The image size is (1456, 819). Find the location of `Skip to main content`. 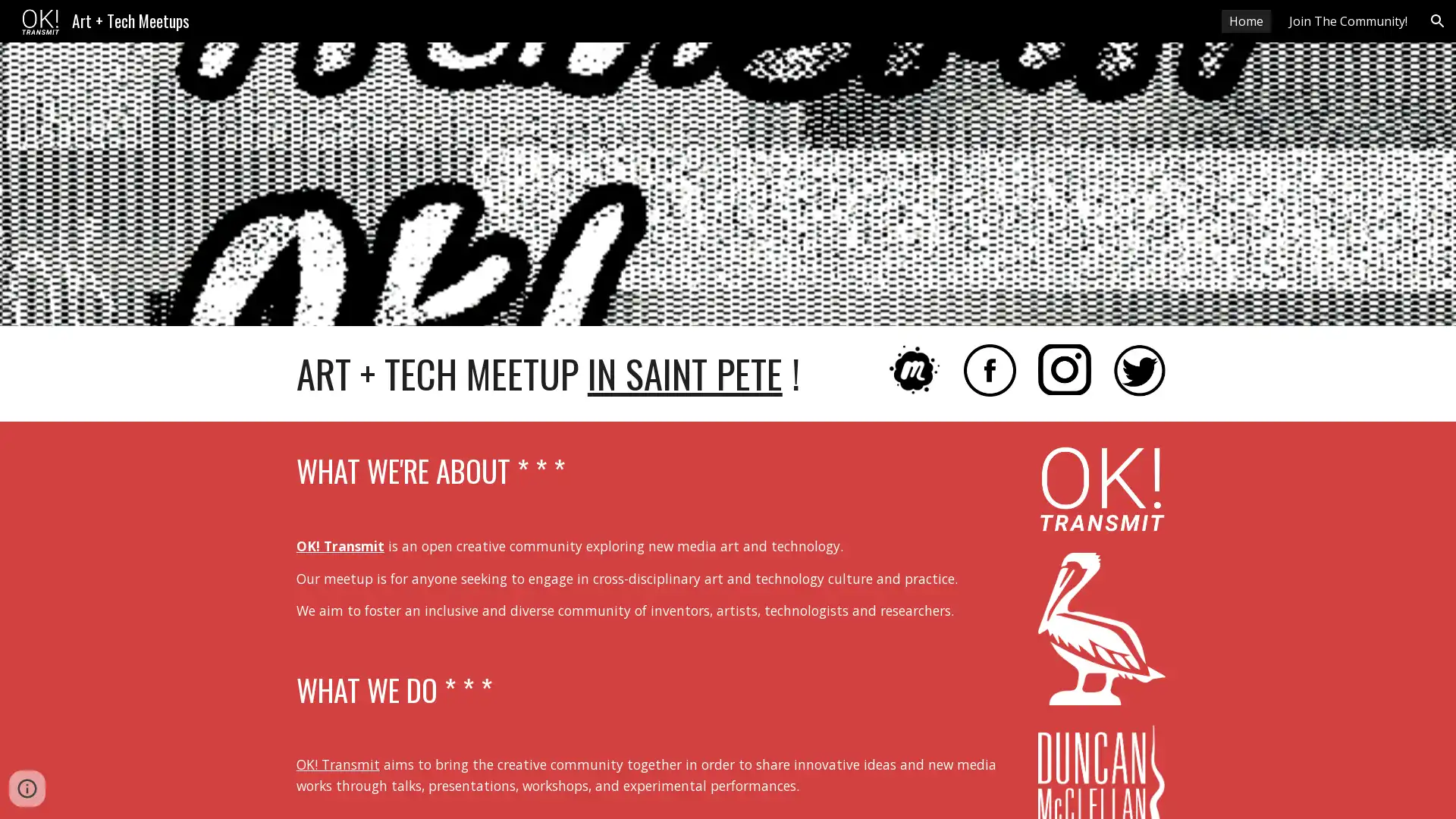

Skip to main content is located at coordinates (597, 28).